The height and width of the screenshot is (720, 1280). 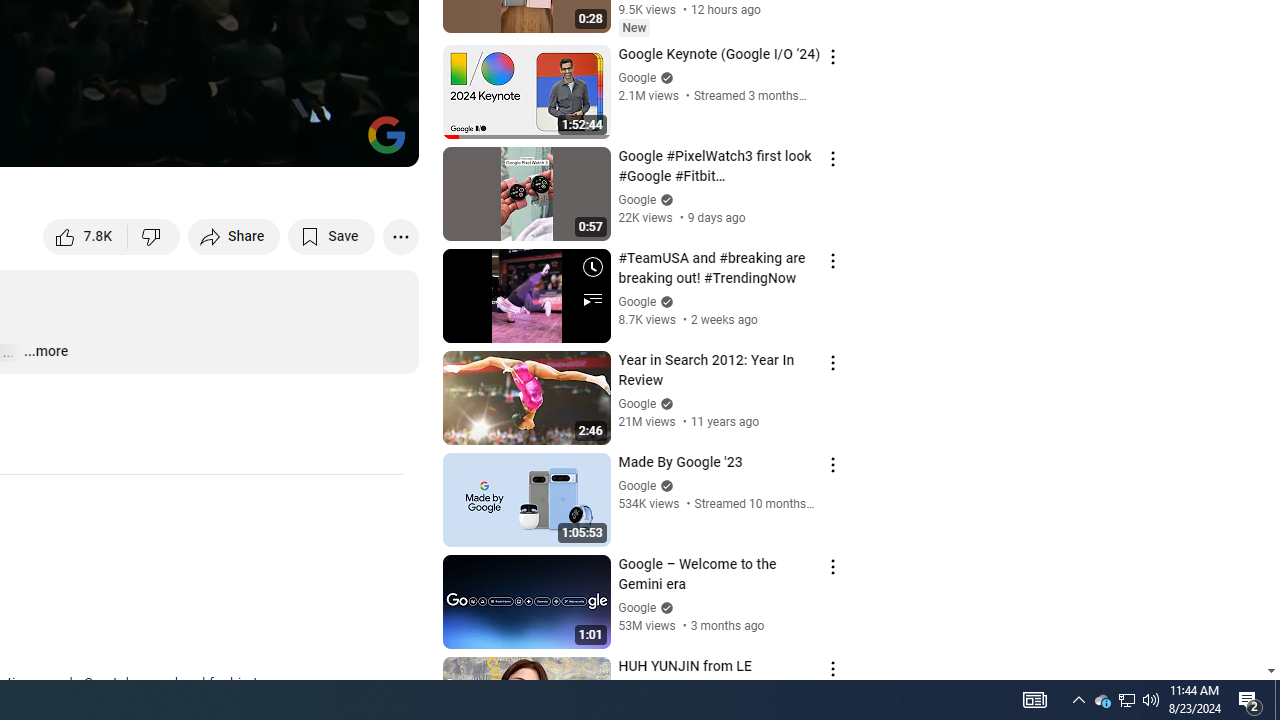 I want to click on 'More actions', so click(x=400, y=235).